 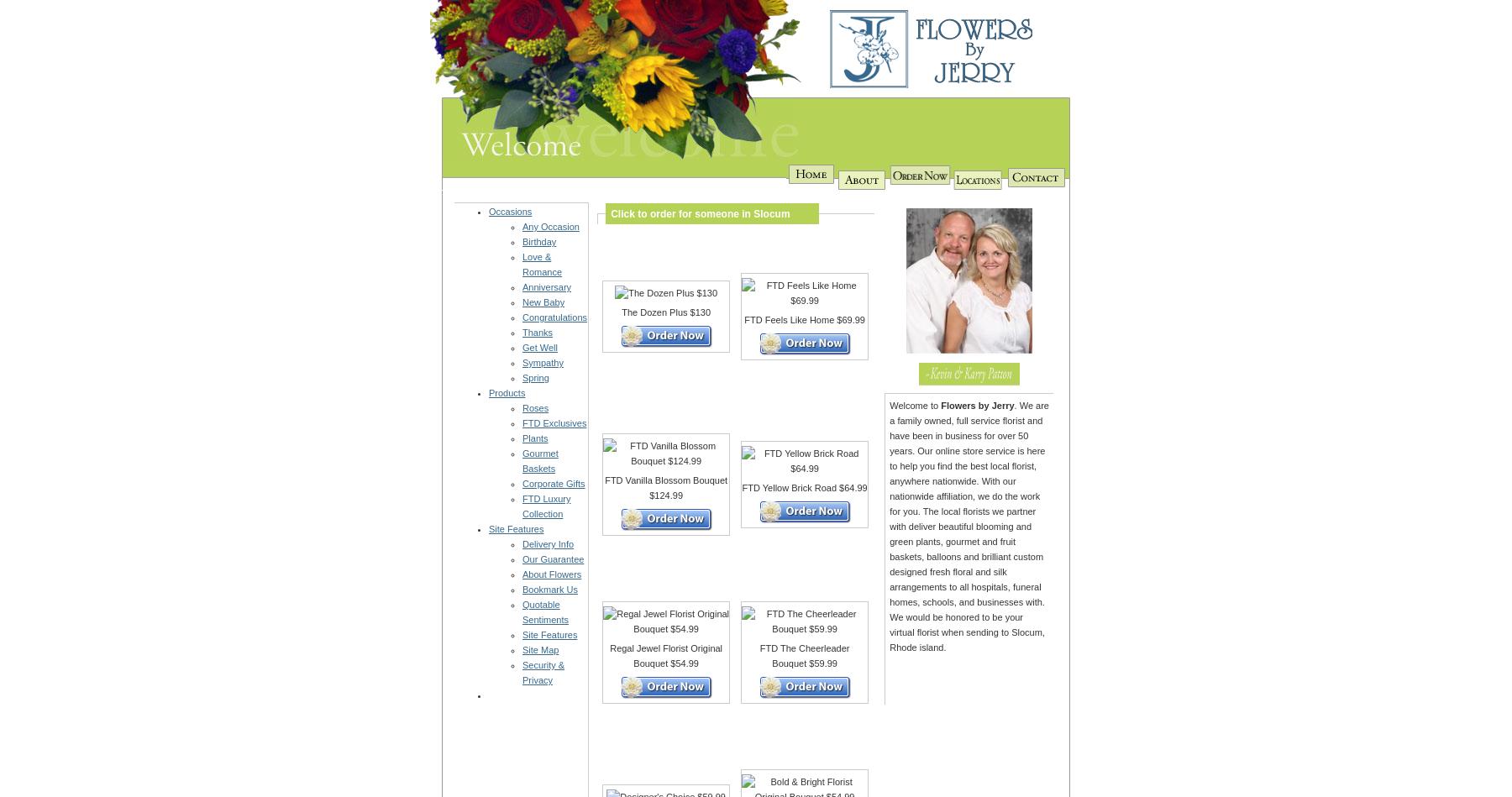 I want to click on 'Regal Jewel Florist Original Bouquet $54.99', so click(x=666, y=656).